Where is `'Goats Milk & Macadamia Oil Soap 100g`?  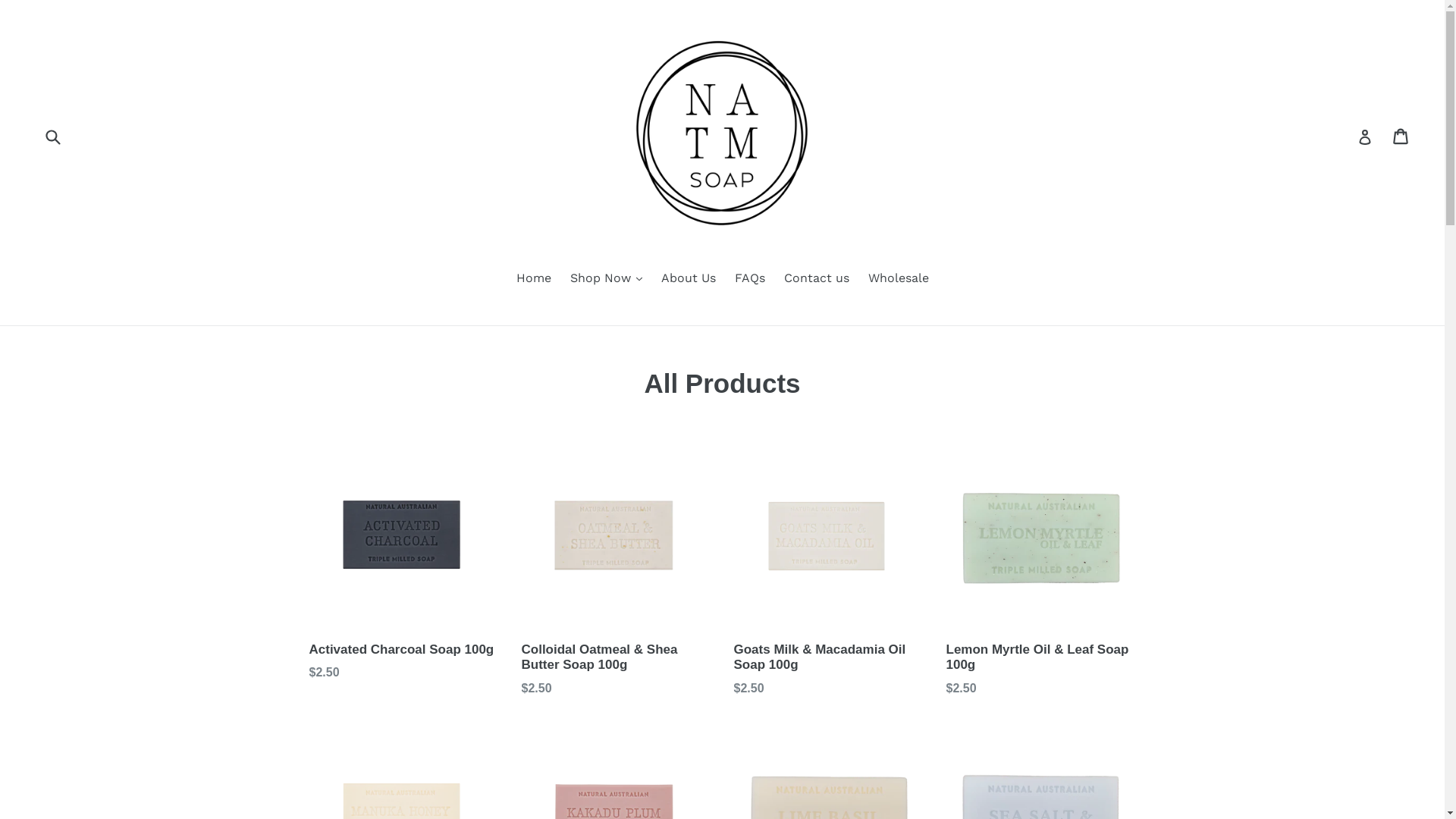 'Goats Milk & Macadamia Oil Soap 100g is located at coordinates (734, 570).